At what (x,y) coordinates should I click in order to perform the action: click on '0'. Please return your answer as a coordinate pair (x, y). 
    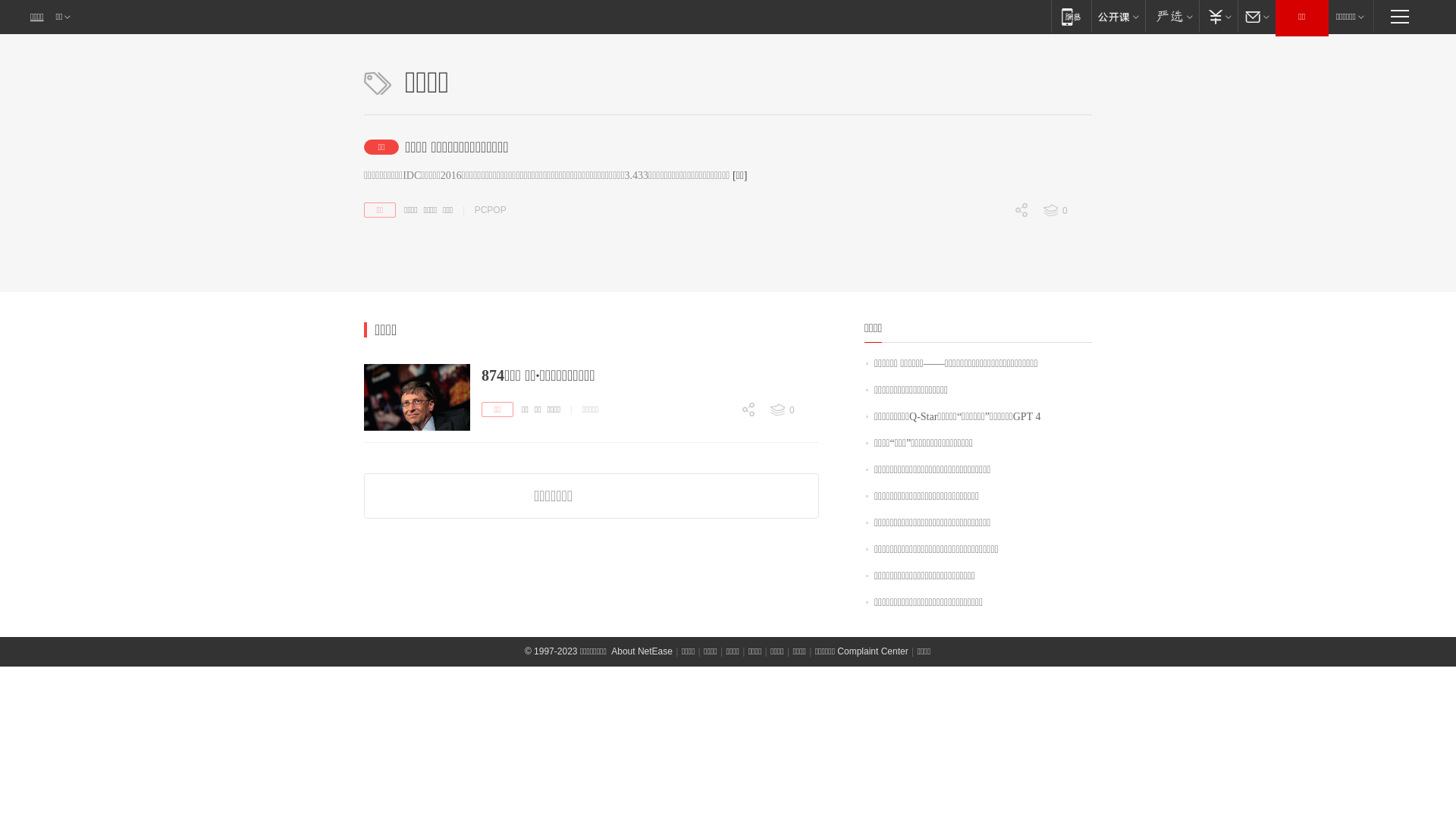
    Looking at the image, I should click on (679, 514).